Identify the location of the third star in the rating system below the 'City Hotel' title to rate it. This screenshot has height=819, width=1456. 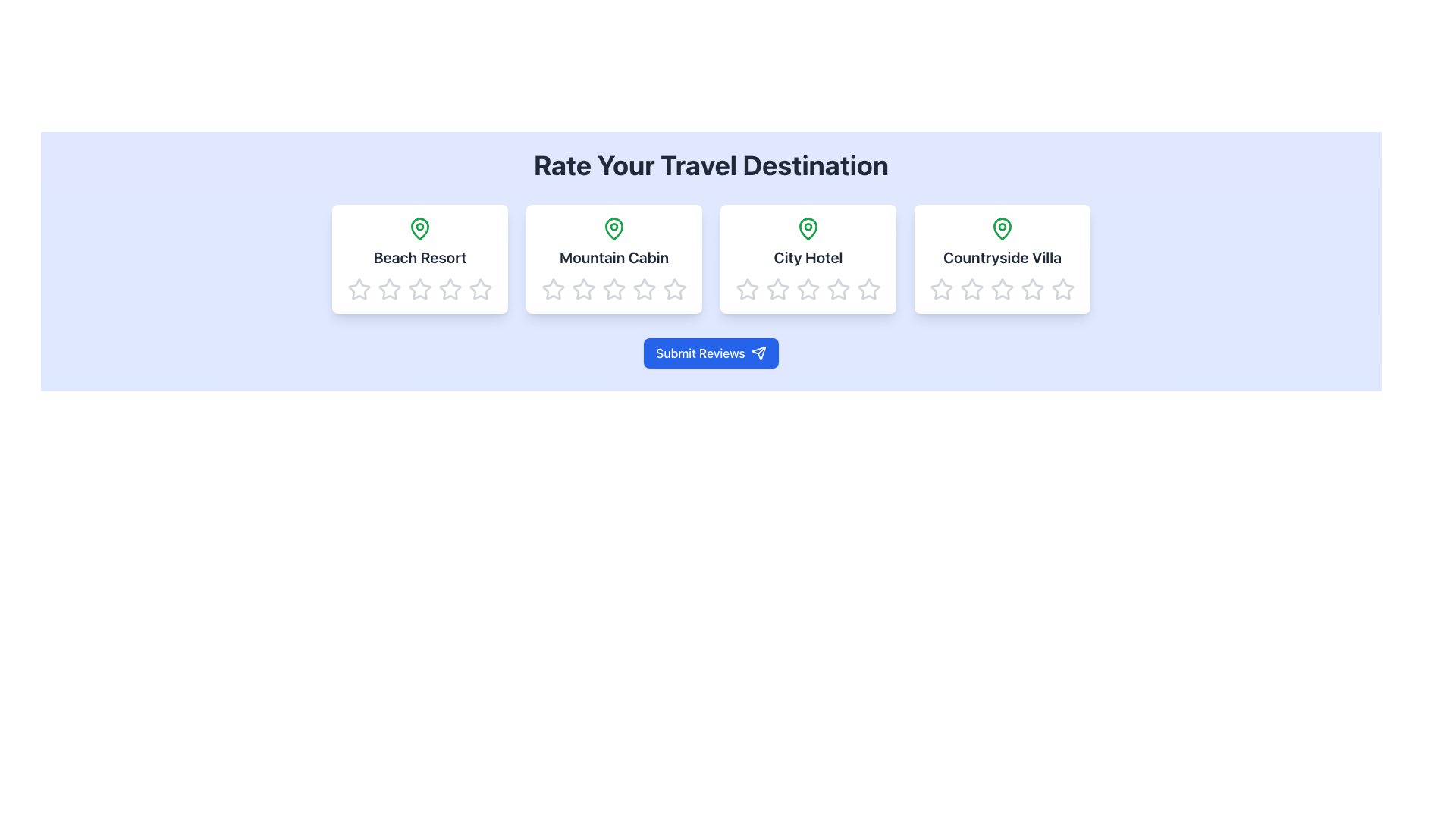
(837, 289).